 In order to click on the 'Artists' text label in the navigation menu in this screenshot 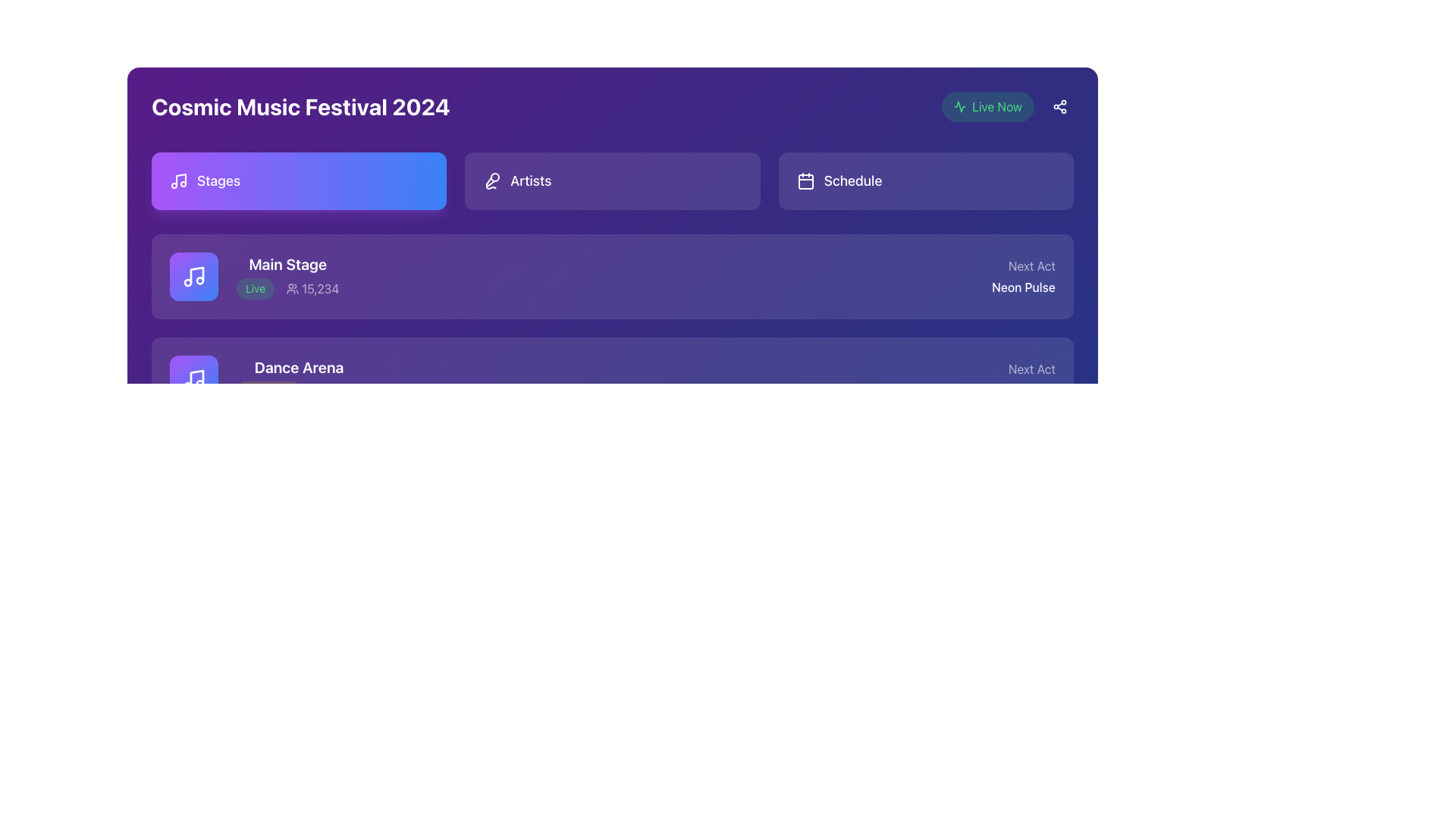, I will do `click(531, 180)`.